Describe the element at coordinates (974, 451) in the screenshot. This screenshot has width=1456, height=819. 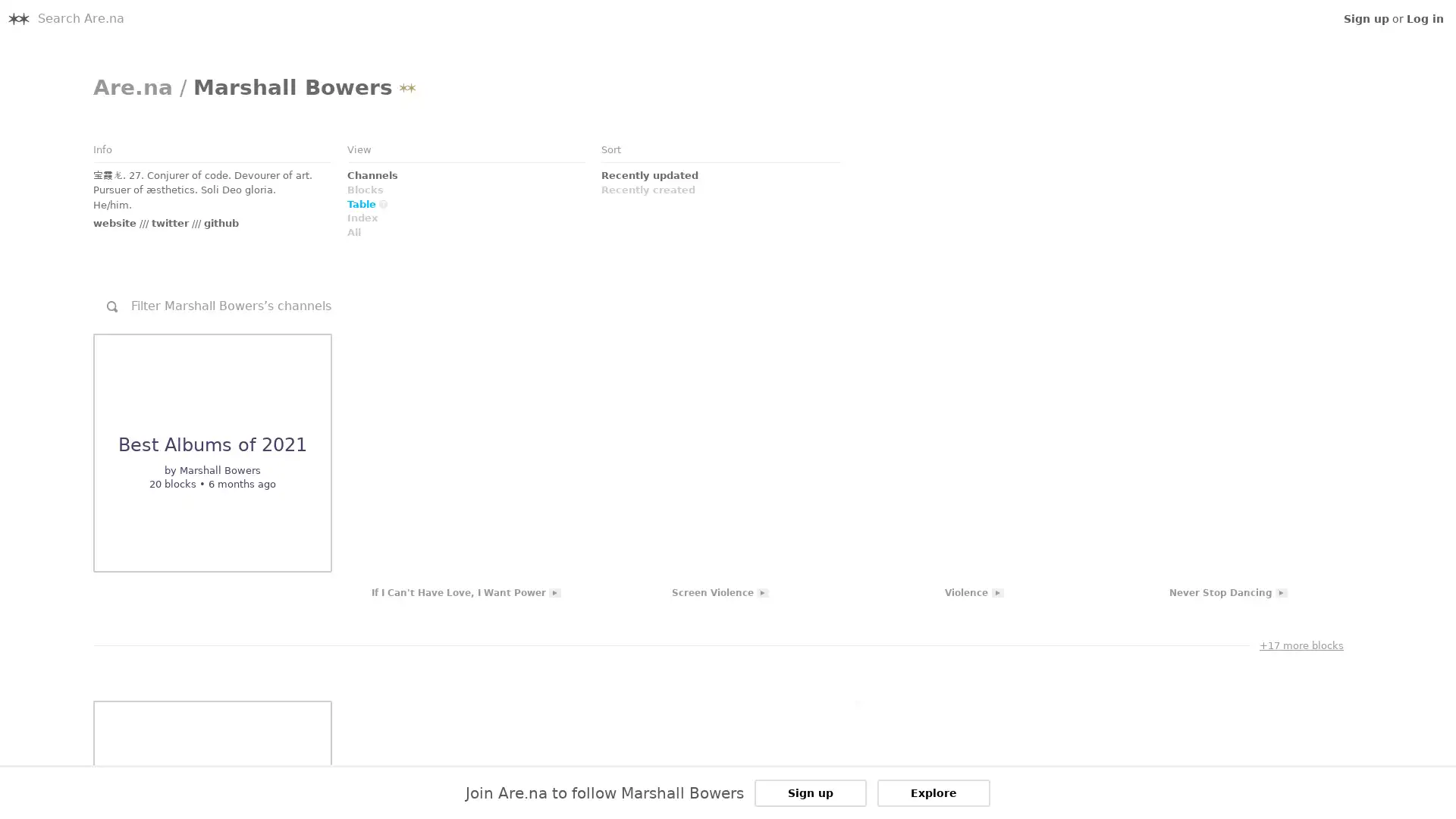
I see `Link to Embed: Violence` at that location.